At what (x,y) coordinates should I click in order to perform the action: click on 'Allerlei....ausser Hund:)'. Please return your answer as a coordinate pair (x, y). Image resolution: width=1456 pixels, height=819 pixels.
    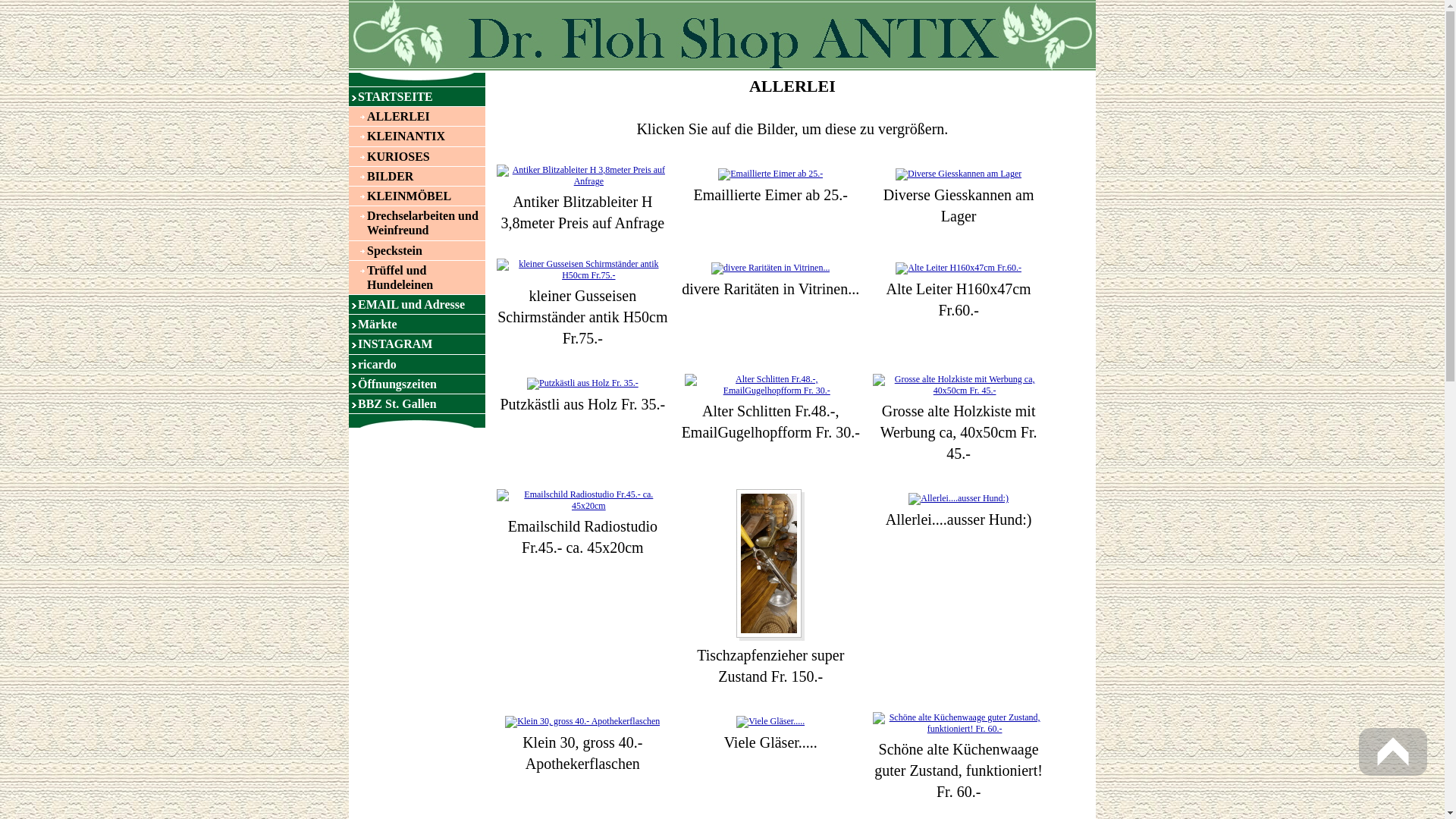
    Looking at the image, I should click on (957, 497).